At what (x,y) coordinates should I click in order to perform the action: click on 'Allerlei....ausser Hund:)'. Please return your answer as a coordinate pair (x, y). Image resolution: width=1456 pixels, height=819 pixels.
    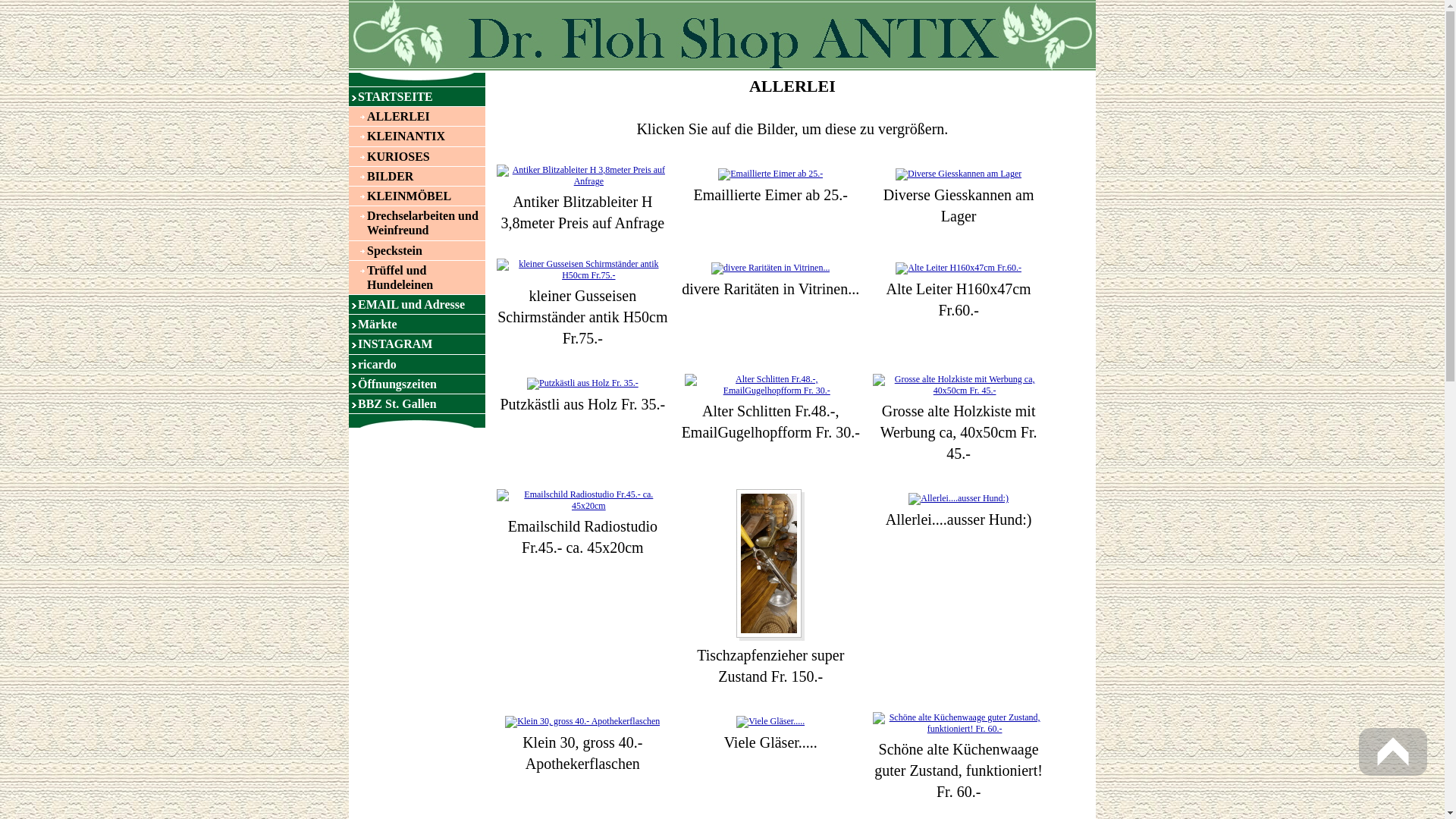
    Looking at the image, I should click on (957, 497).